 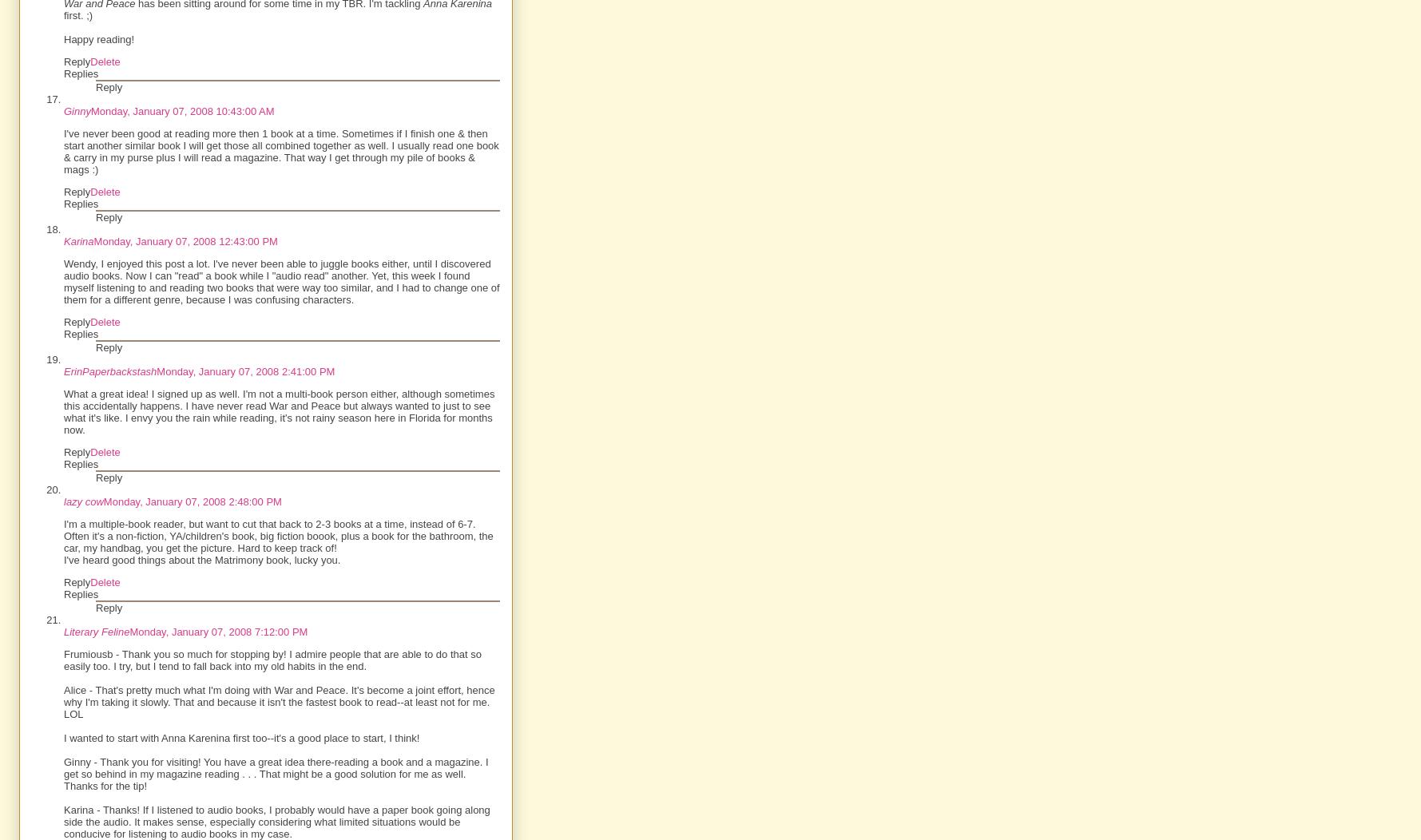 I want to click on 'Ginny - Thank you for visiting!  You have a great idea there-reading a book and a magazine.  I get so behind in my magazine reading . . . That might be a good solution for me as well.  Thanks for the tip!', so click(x=275, y=774).